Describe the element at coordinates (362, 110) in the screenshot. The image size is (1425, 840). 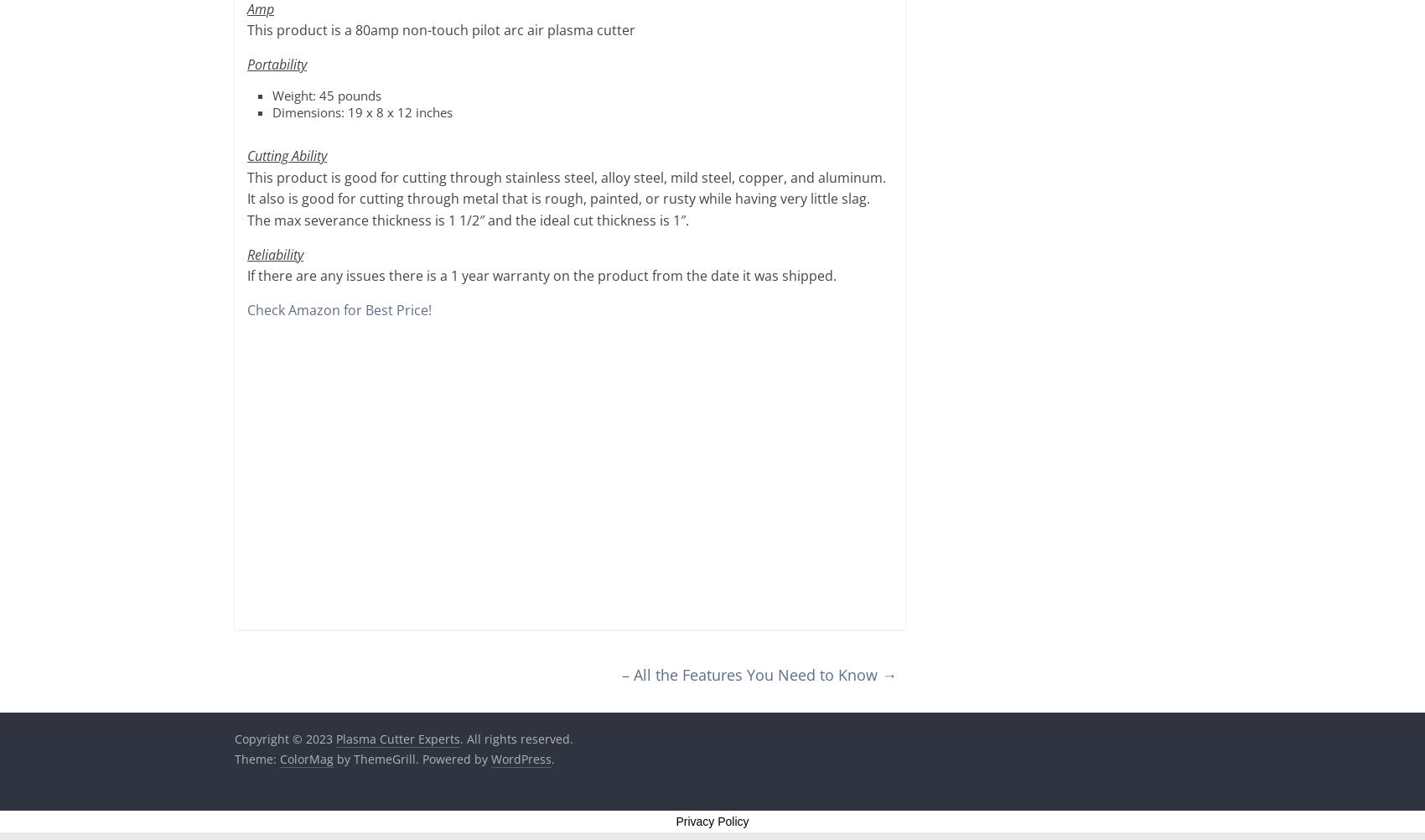
I see `'Dimensions: 19 x 8 x 12 inches'` at that location.